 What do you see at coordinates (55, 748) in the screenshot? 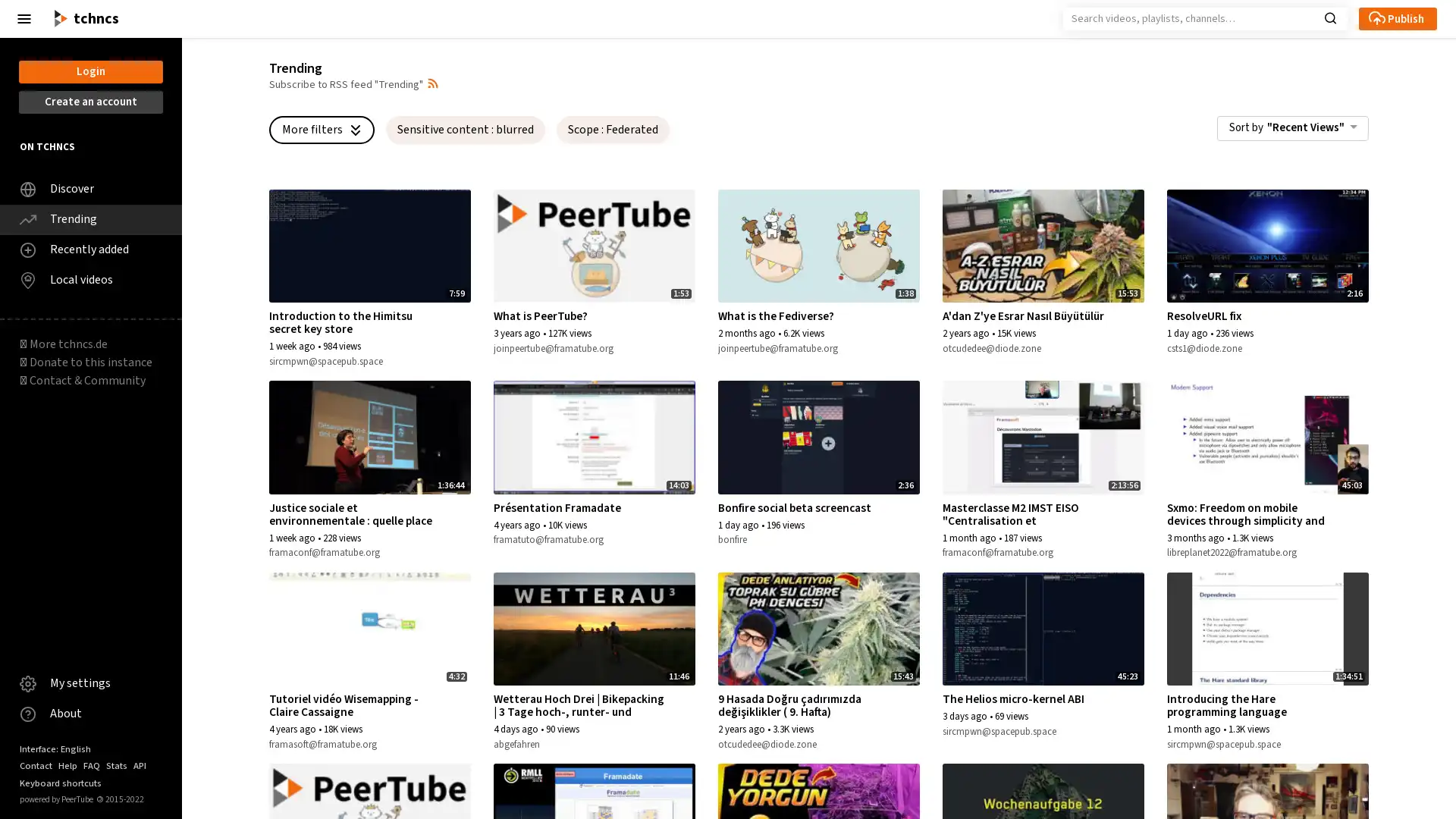
I see `Interface: English` at bounding box center [55, 748].